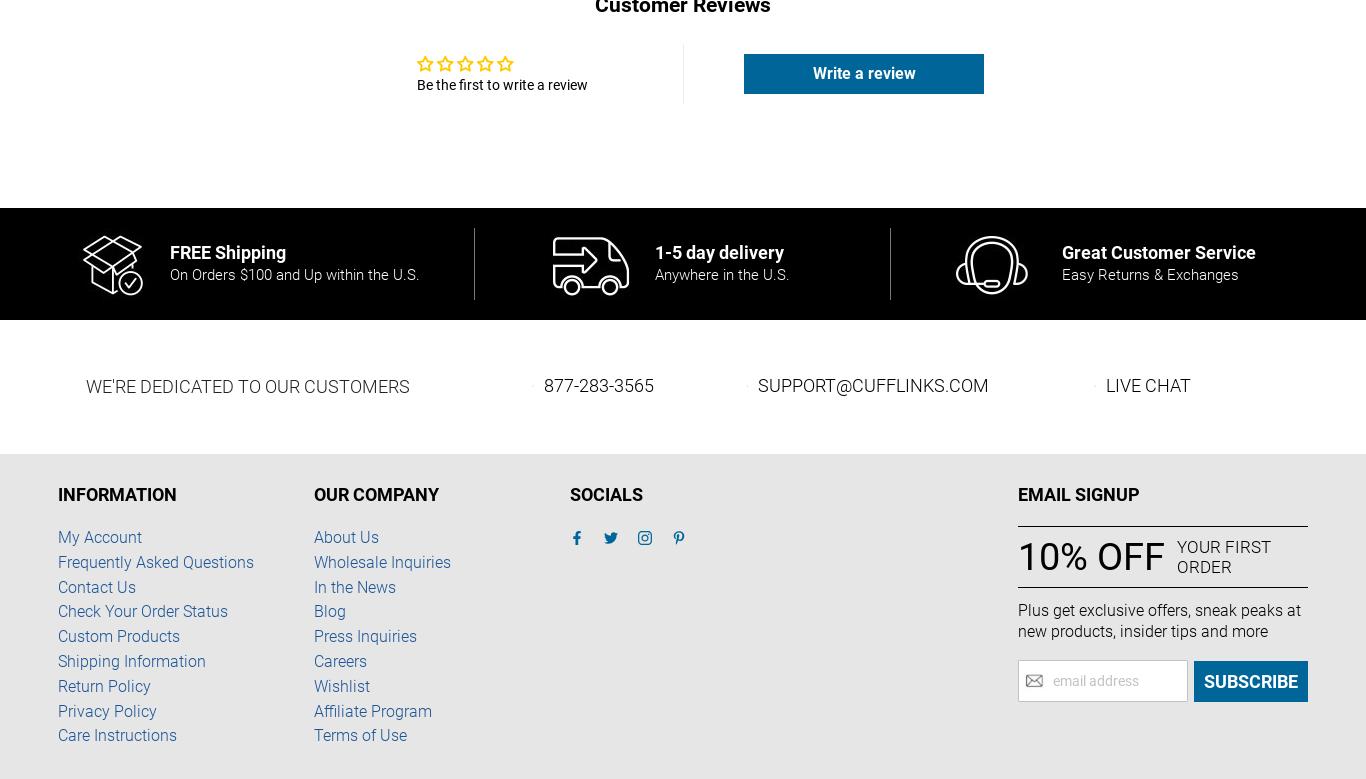 The height and width of the screenshot is (779, 1366). Describe the element at coordinates (1078, 494) in the screenshot. I see `'EMAIL SIGNUP'` at that location.